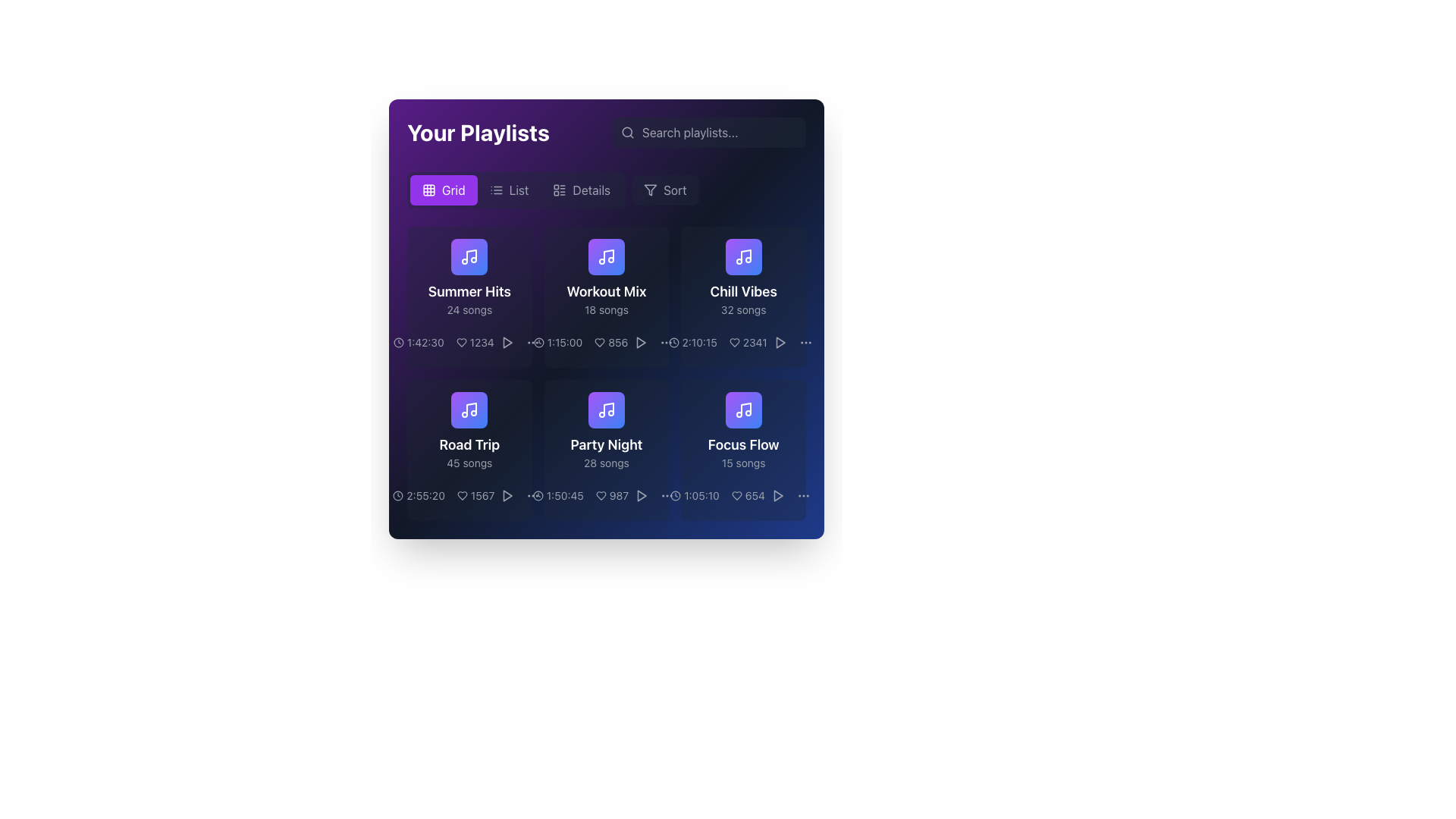 Image resolution: width=1456 pixels, height=819 pixels. Describe the element at coordinates (428, 189) in the screenshot. I see `the 'Grid' layout toggle icon located in the top-left corner of the playlist interface, which is a rounded rectangular shape within a grid icon` at that location.